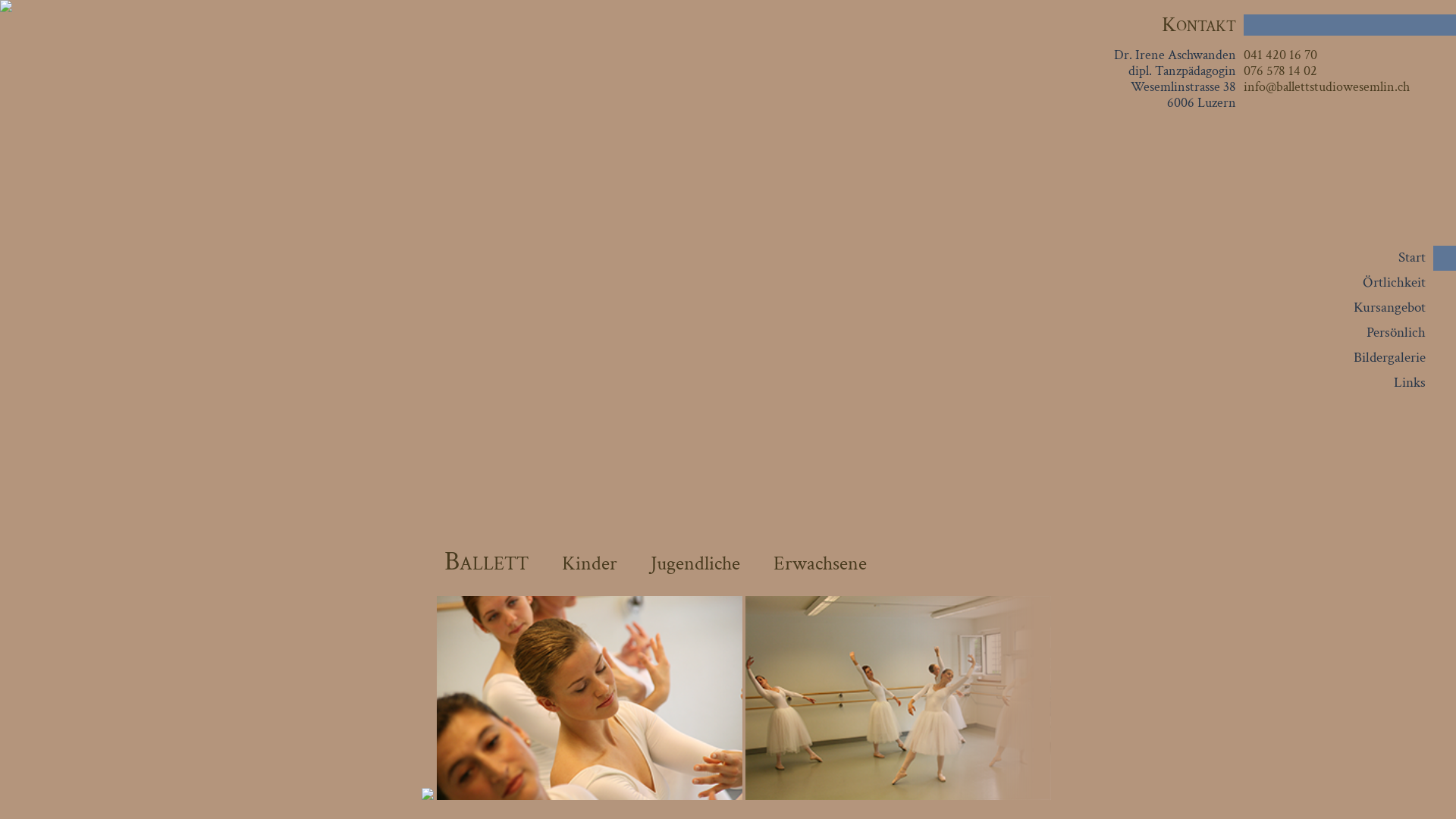 Image resolution: width=1456 pixels, height=819 pixels. I want to click on 'Links', so click(1408, 381).